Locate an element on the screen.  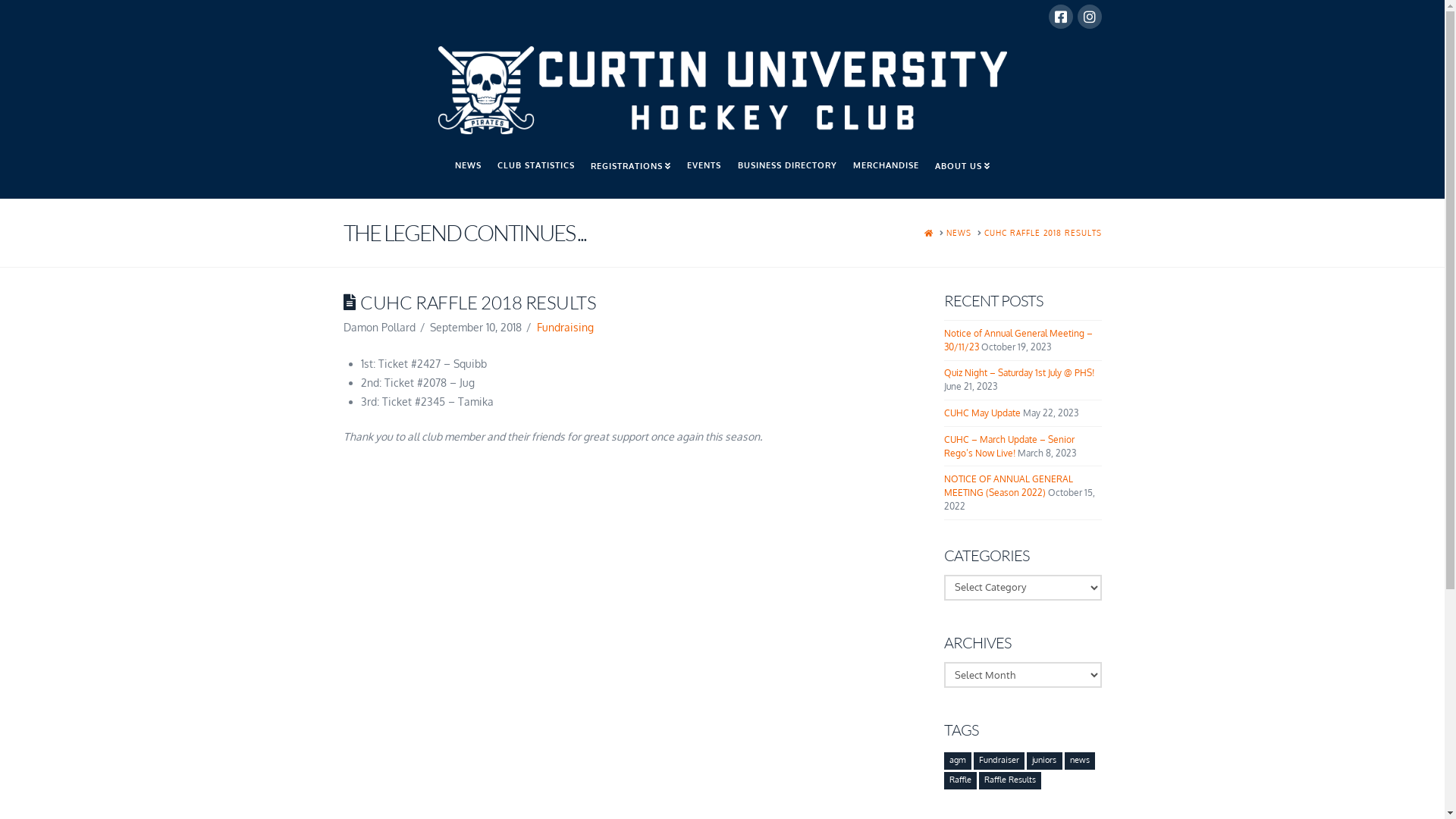
'MERCHANDISE' is located at coordinates (885, 171).